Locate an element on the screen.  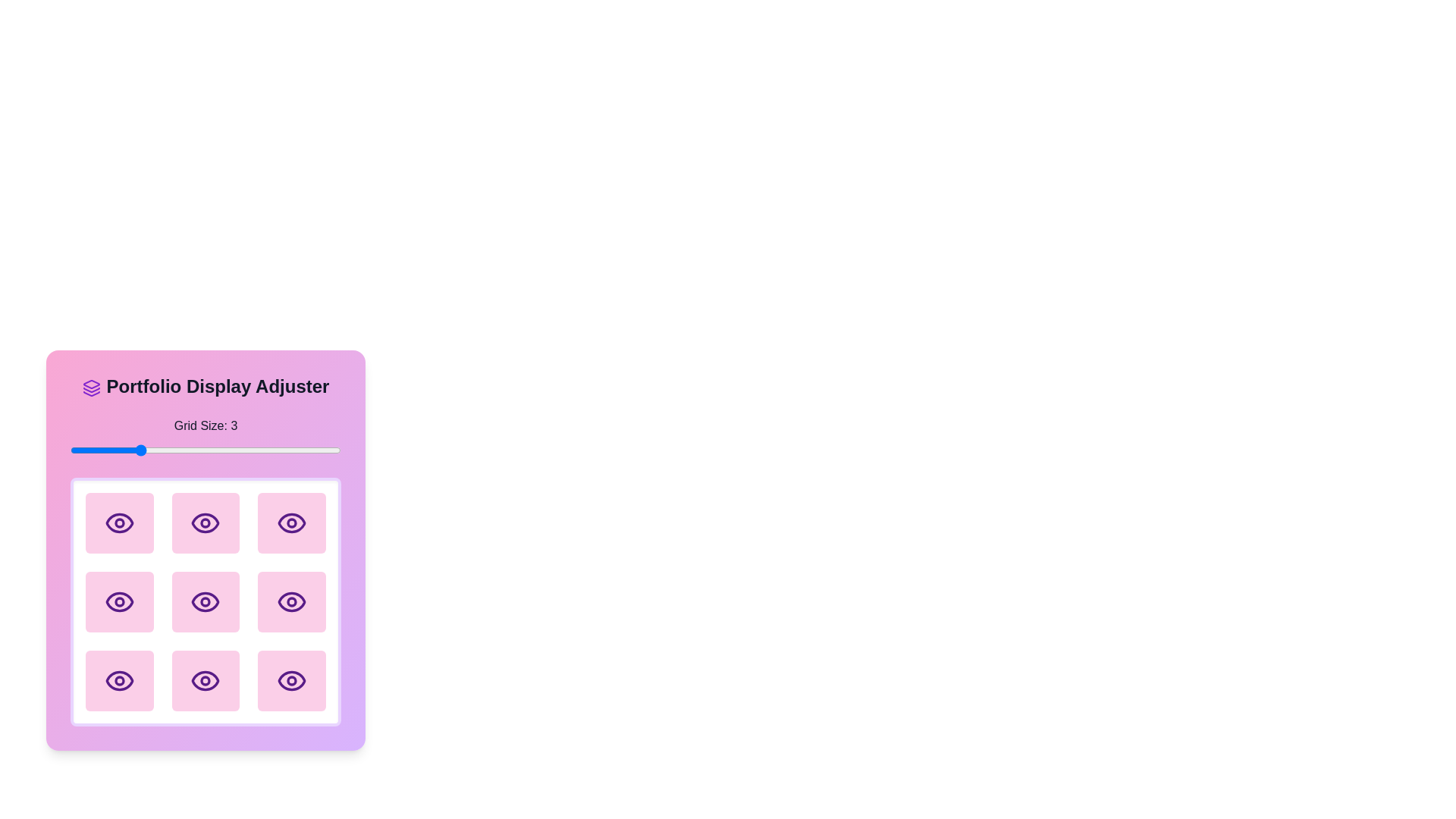
the grid size to 3 using the slider is located at coordinates (138, 450).